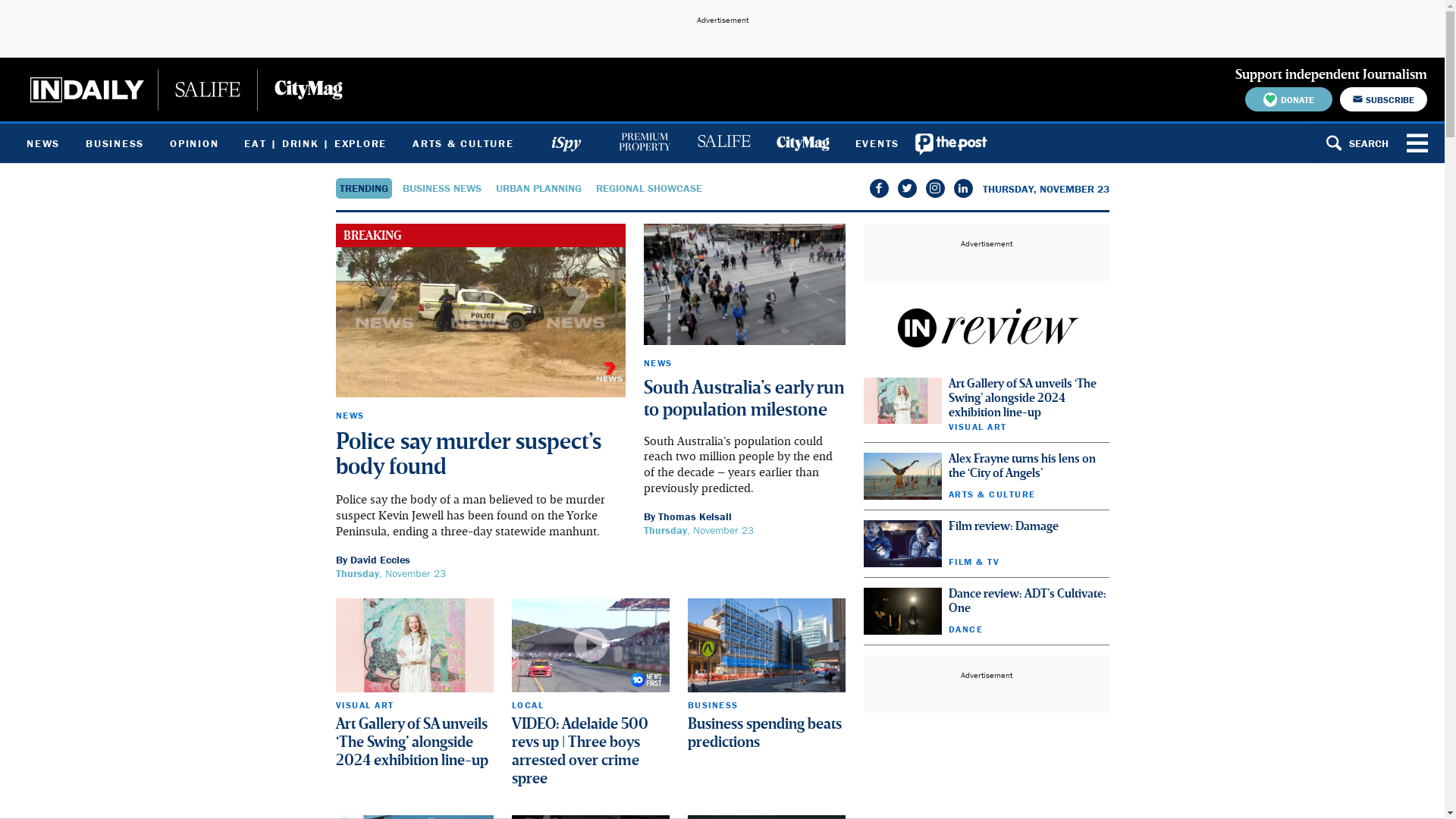 The image size is (1456, 819). I want to click on 'EAT | DRINK | EXPLORE', so click(315, 143).